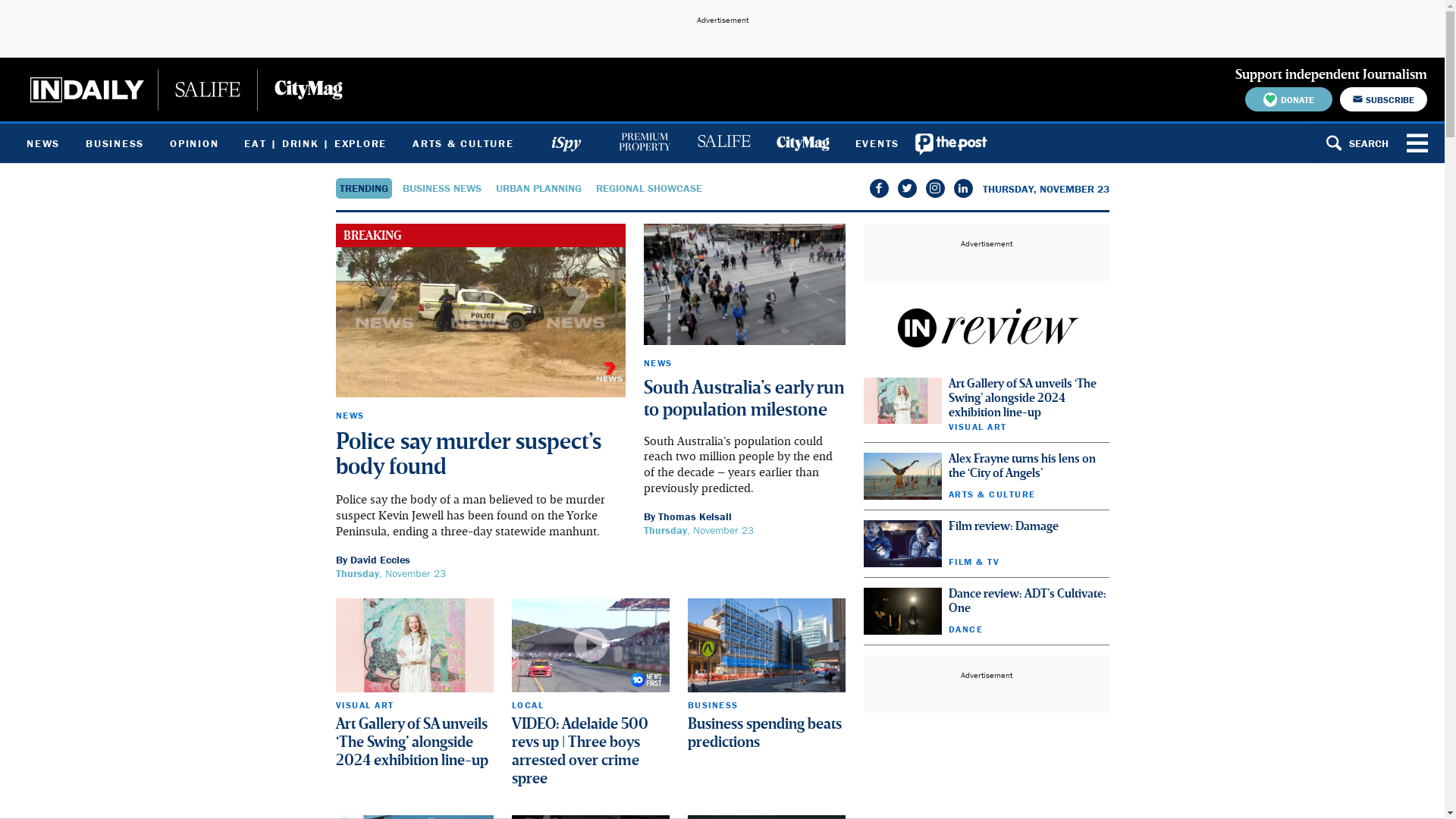 The image size is (1456, 819). I want to click on 'EAT | DRINK | EXPLORE', so click(315, 143).